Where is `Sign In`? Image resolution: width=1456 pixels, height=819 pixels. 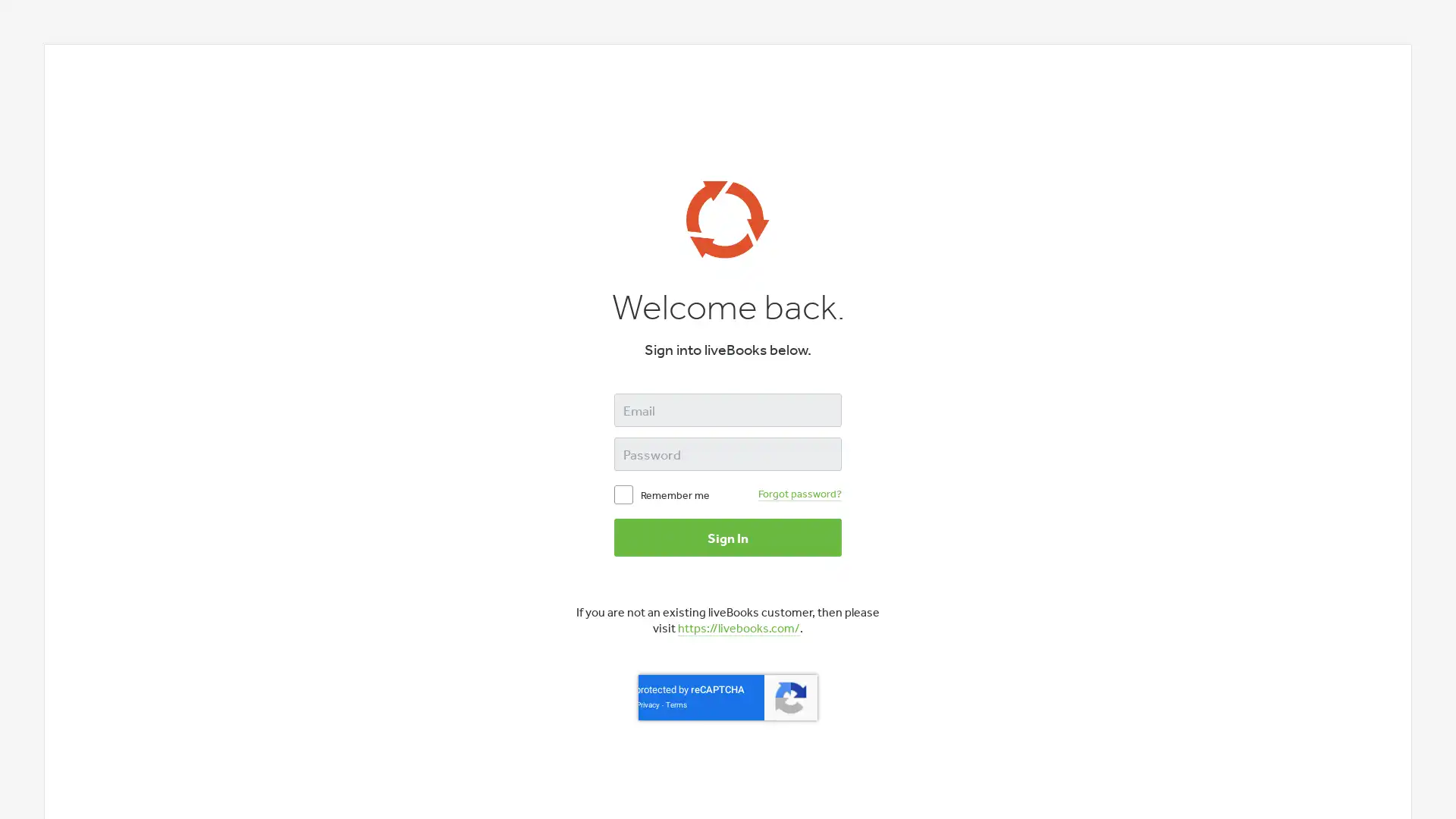
Sign In is located at coordinates (728, 537).